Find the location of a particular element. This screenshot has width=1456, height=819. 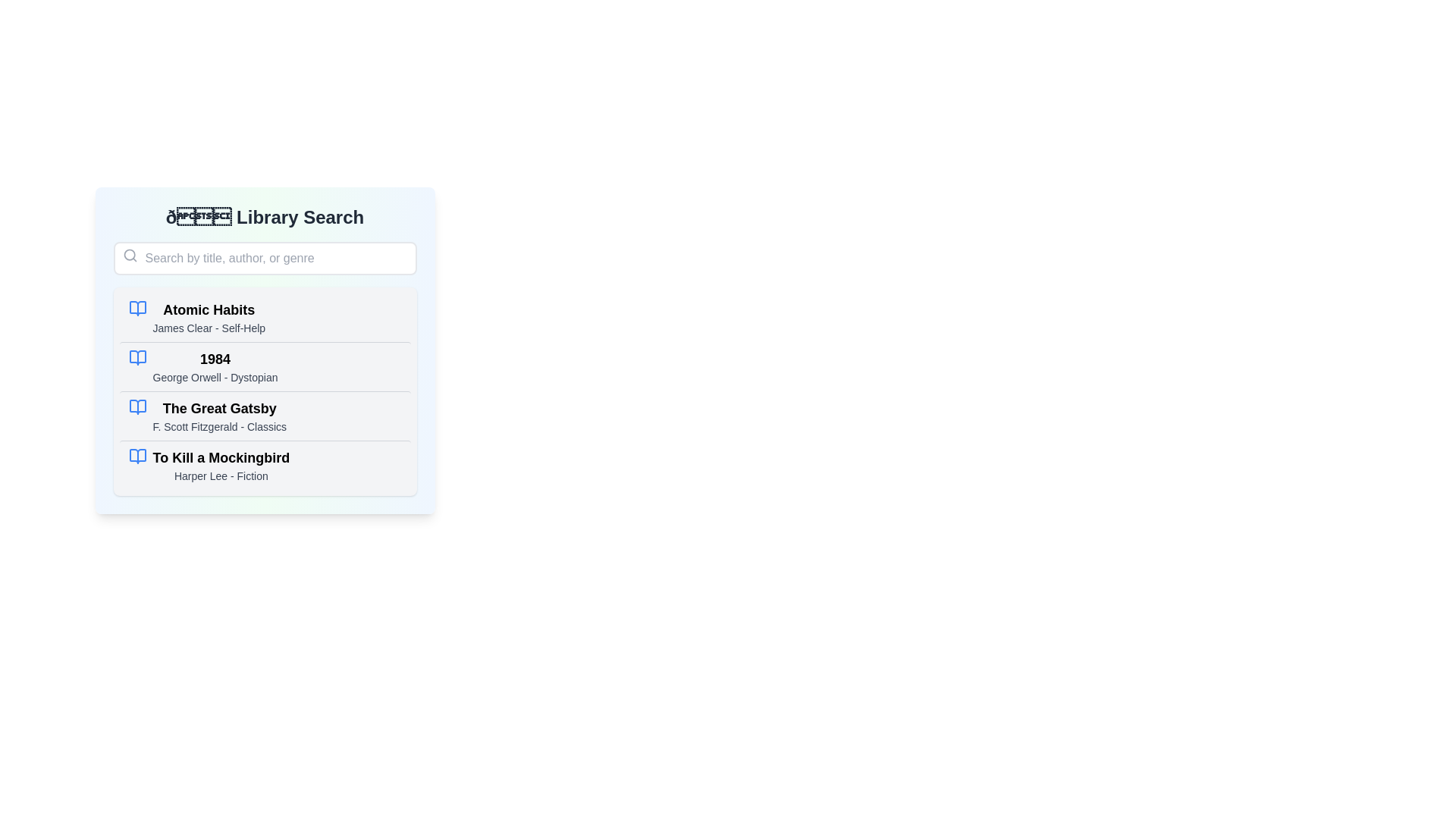

the first clickable list item card titled 'Atomic Habits' by James Clear in the Library Search section is located at coordinates (265, 317).